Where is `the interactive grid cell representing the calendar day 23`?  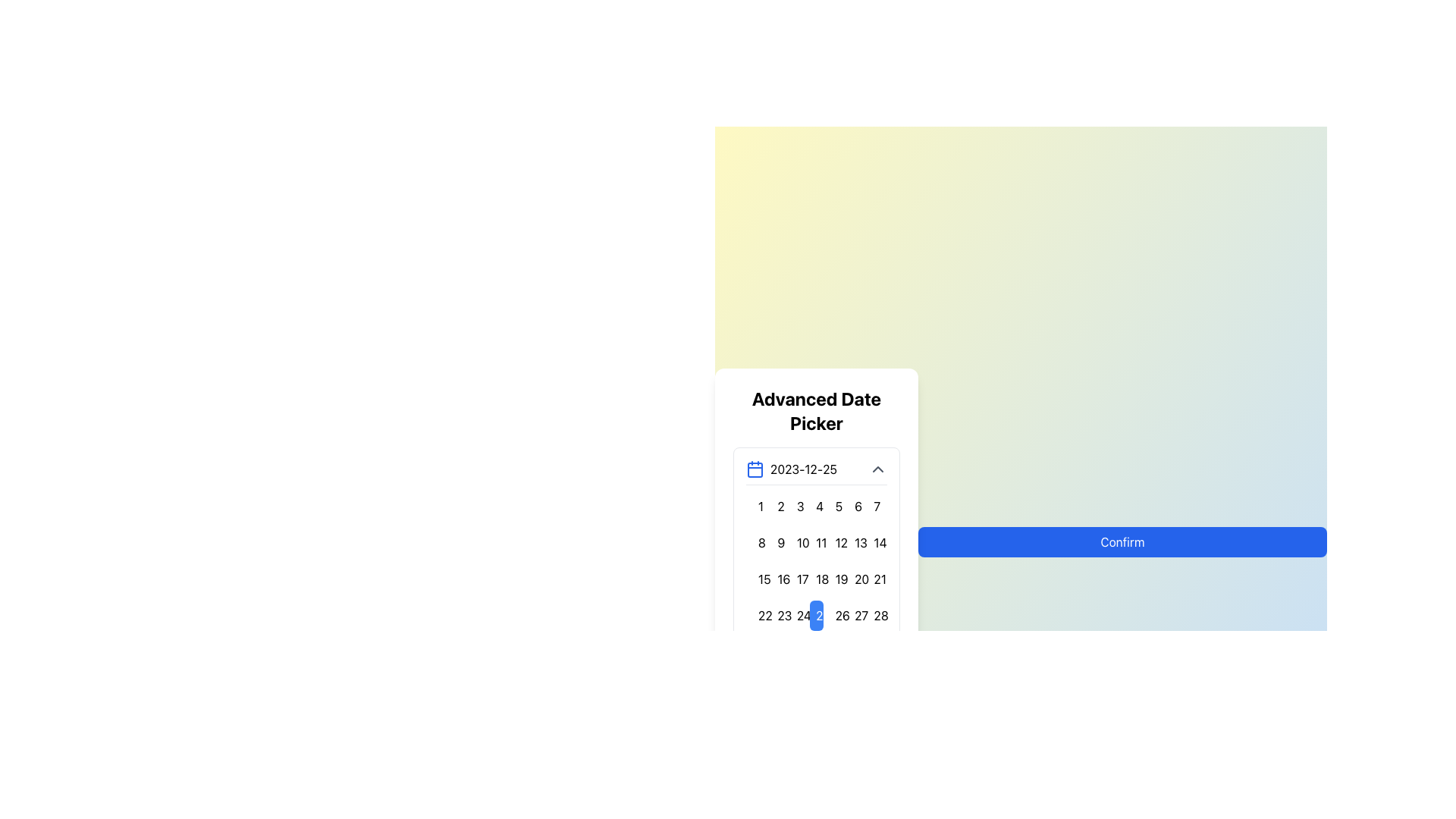 the interactive grid cell representing the calendar day 23 is located at coordinates (778, 615).